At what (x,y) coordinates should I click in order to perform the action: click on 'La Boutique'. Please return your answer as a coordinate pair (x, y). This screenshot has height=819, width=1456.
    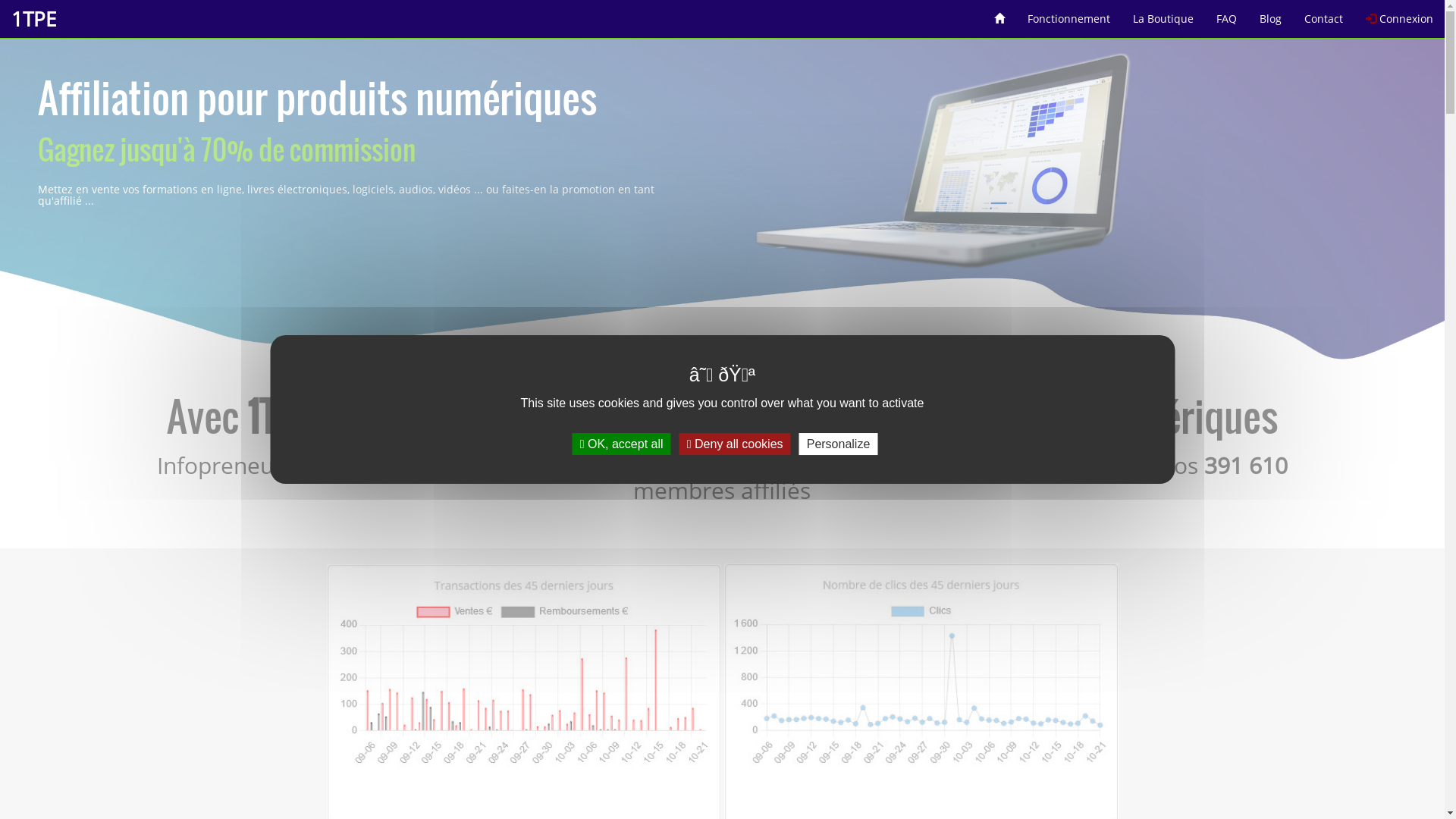
    Looking at the image, I should click on (1163, 13).